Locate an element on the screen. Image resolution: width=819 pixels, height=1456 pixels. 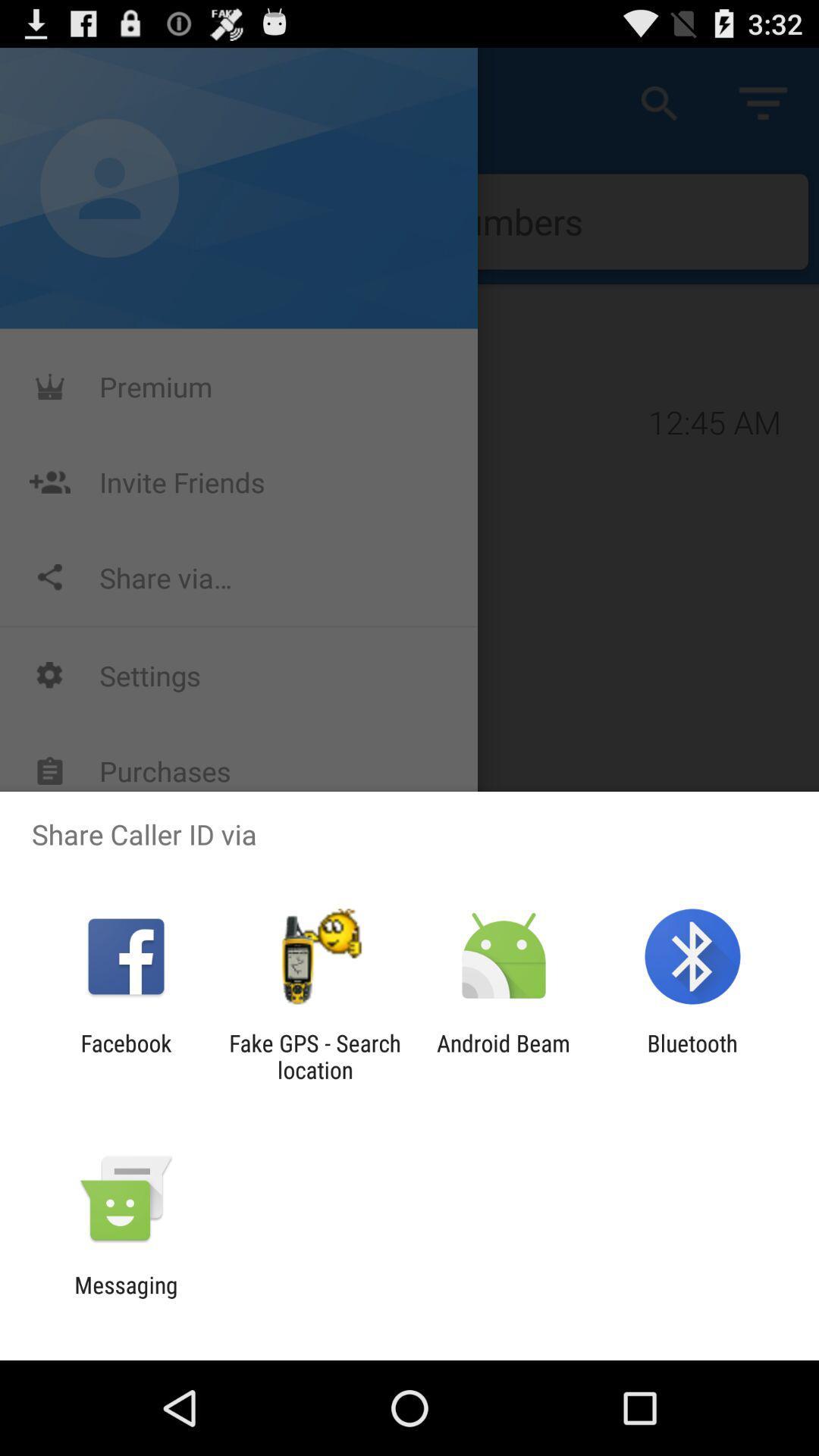
the item to the right of the fake gps search is located at coordinates (504, 1056).